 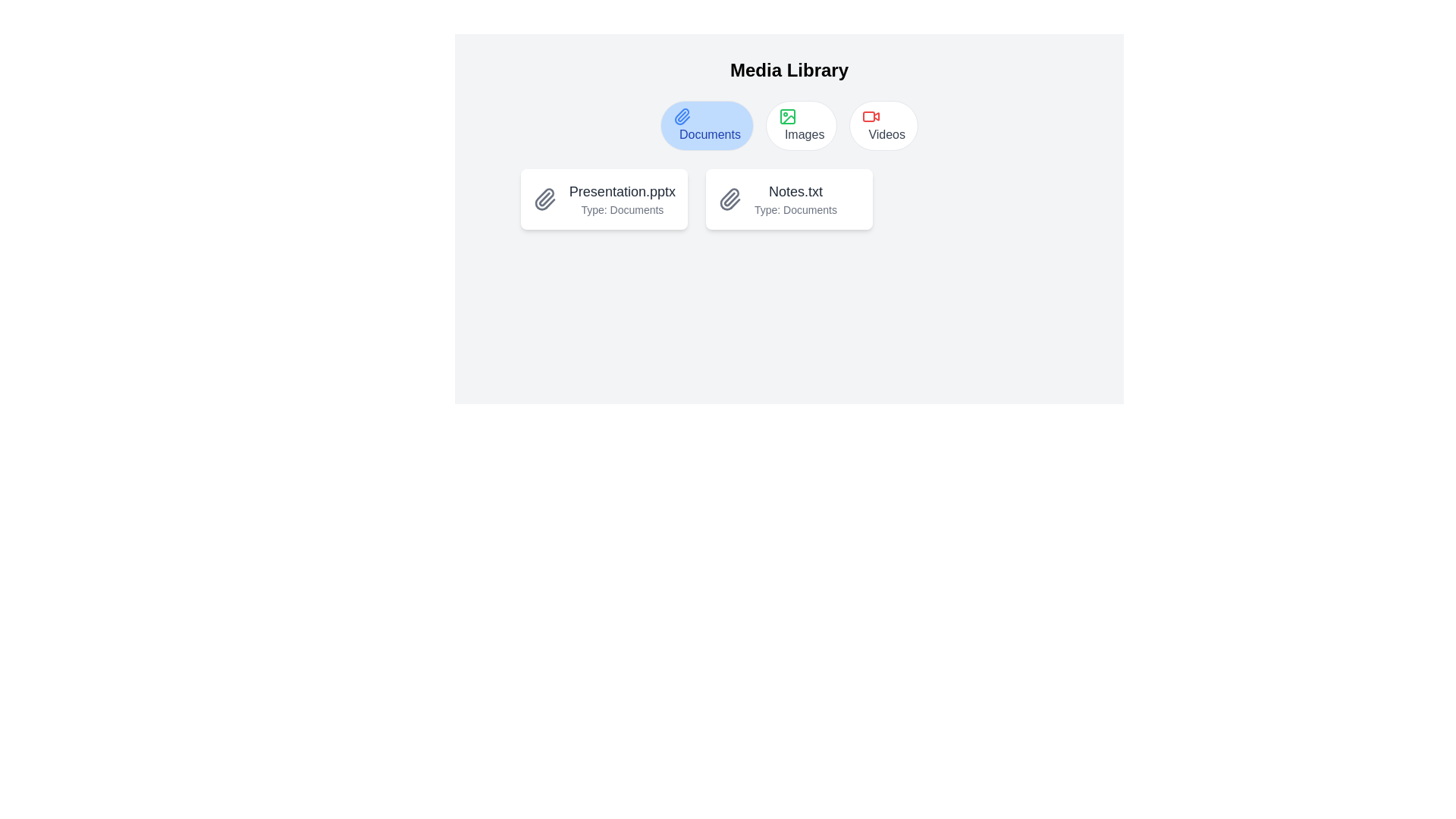 I want to click on the paperclip icon located at the top left of the card labeled 'Presentation.pptx' in the Documents section of the Media Library interface, so click(x=544, y=198).